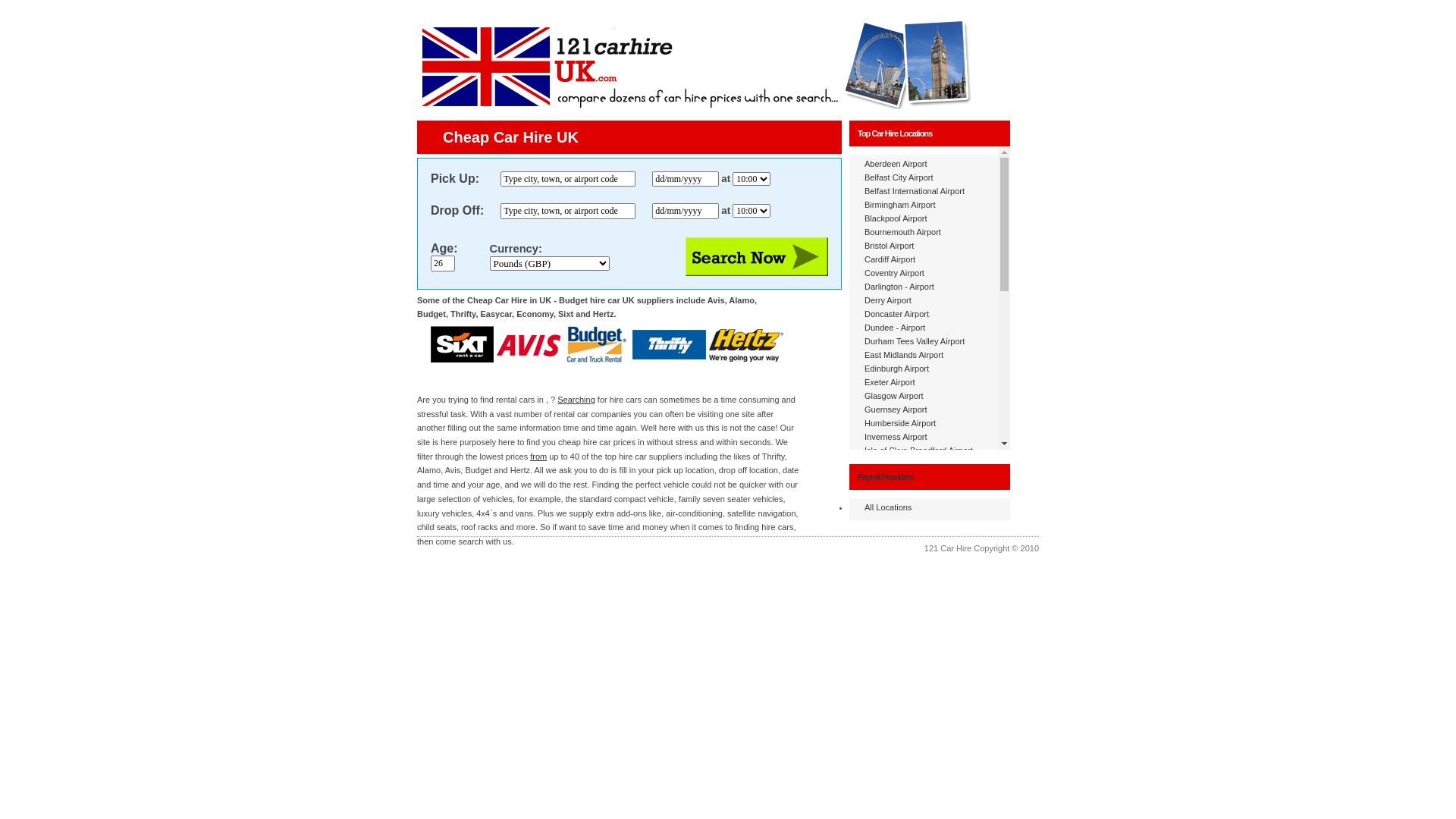 Image resolution: width=1456 pixels, height=819 pixels. I want to click on 'Doncaster Airport', so click(864, 312).